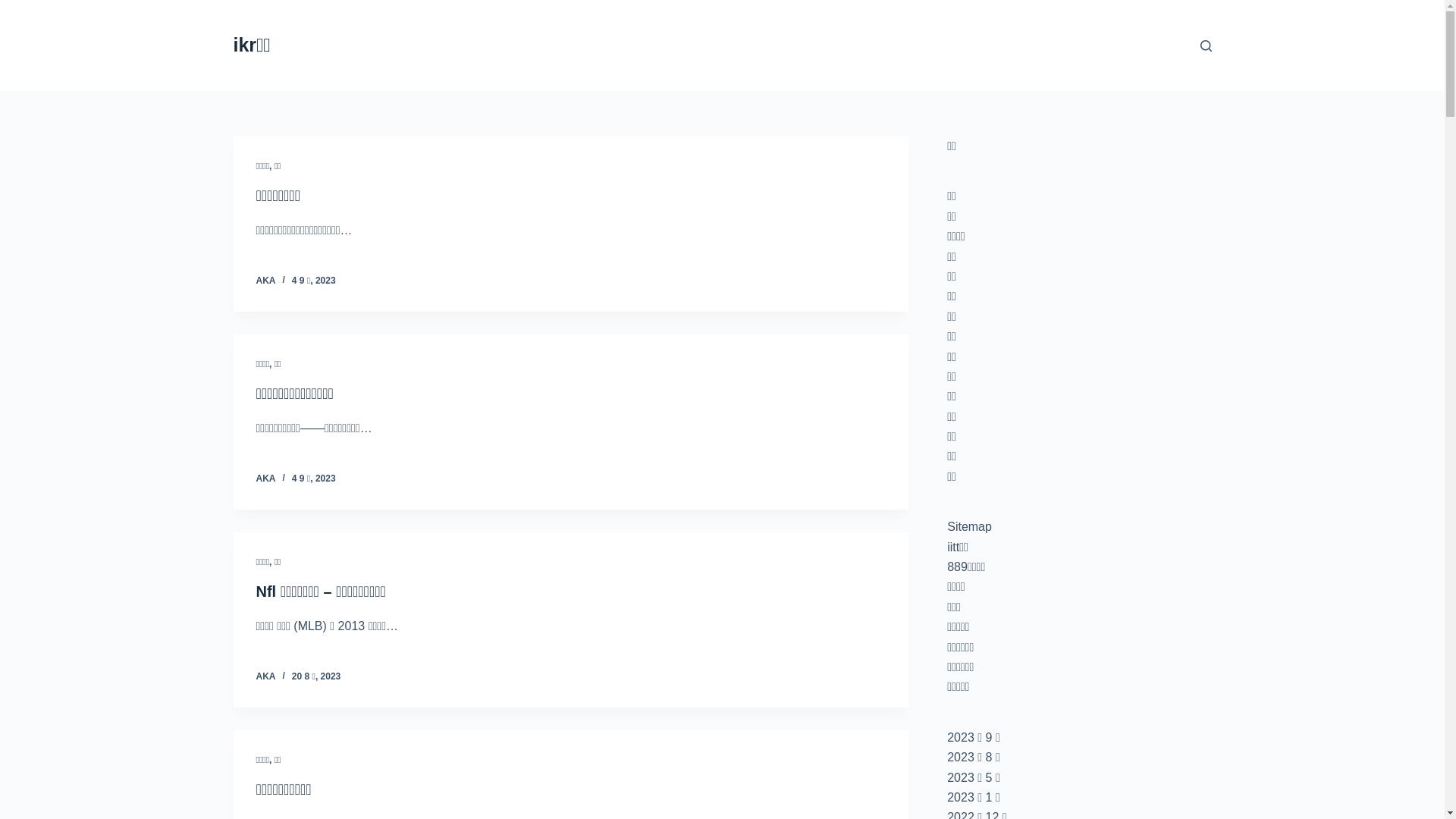 This screenshot has width=1456, height=819. I want to click on 'AKA', so click(256, 479).